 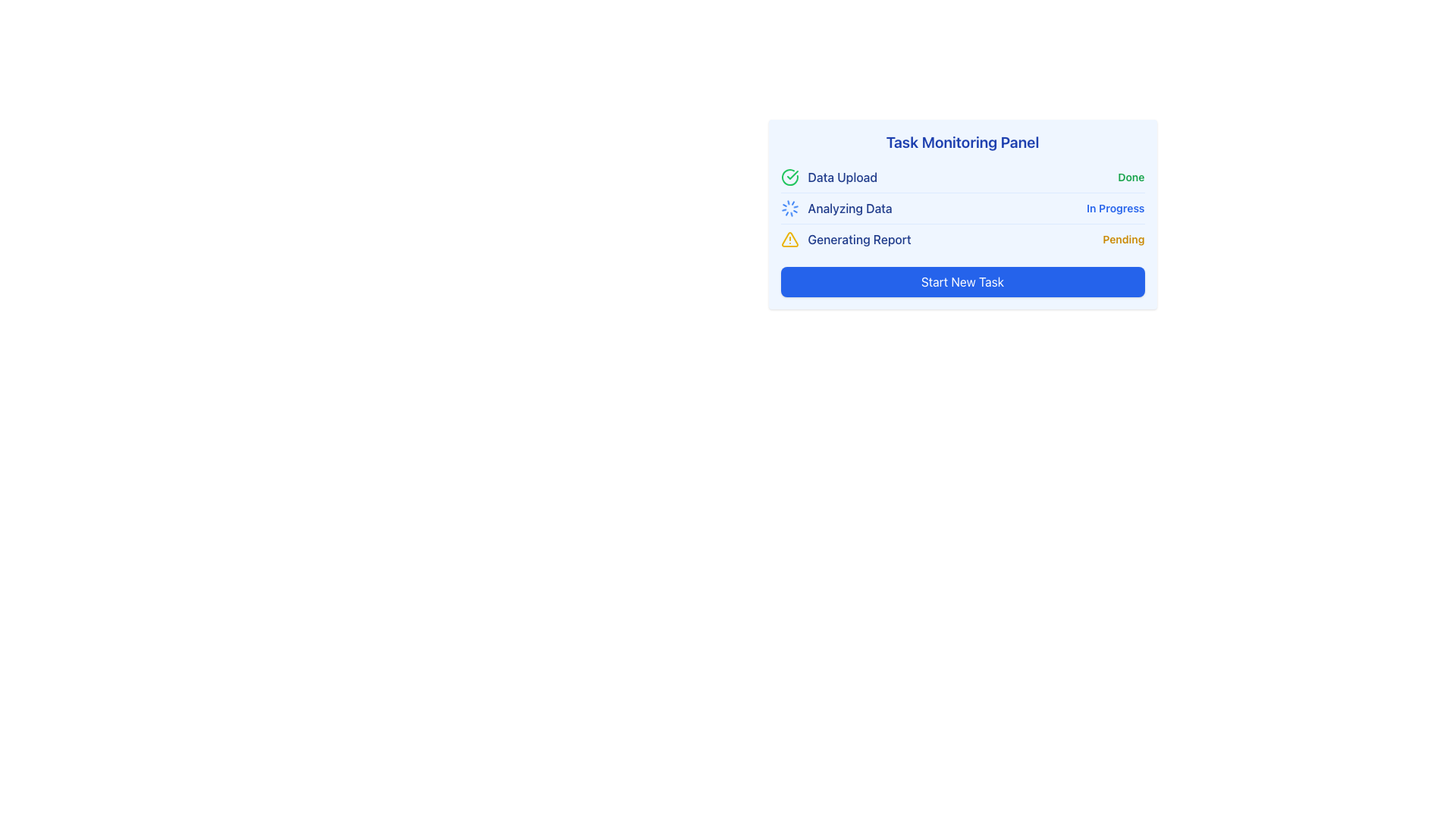 What do you see at coordinates (828, 177) in the screenshot?
I see `the status label indicating that the 'Data Upload' task has been completed, which is the first element in the vertical list within the 'Task Monitoring Panel'` at bounding box center [828, 177].